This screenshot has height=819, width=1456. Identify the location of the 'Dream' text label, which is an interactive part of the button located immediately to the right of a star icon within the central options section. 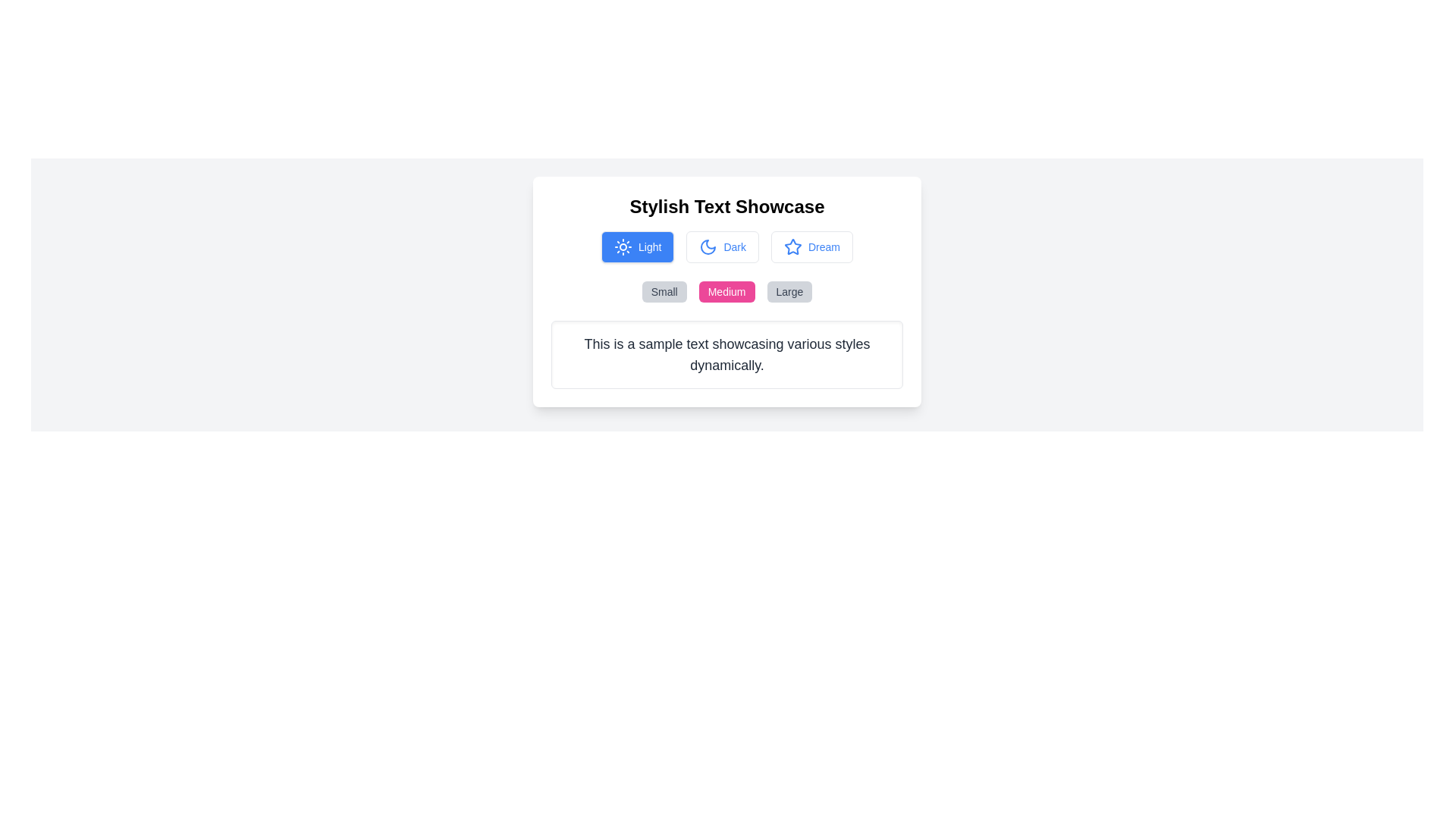
(823, 246).